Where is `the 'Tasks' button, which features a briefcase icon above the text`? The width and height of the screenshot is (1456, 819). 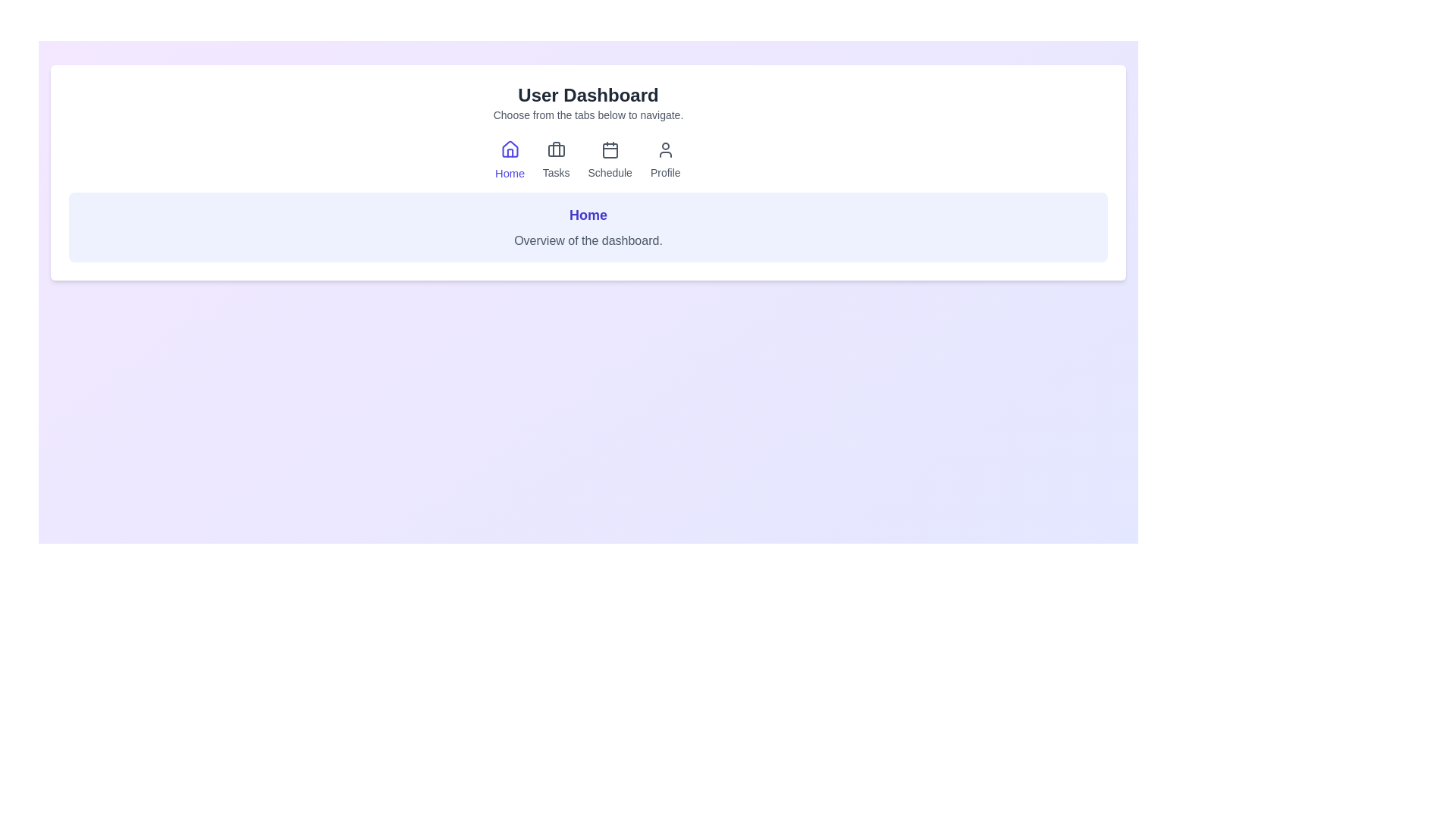 the 'Tasks' button, which features a briefcase icon above the text is located at coordinates (555, 161).